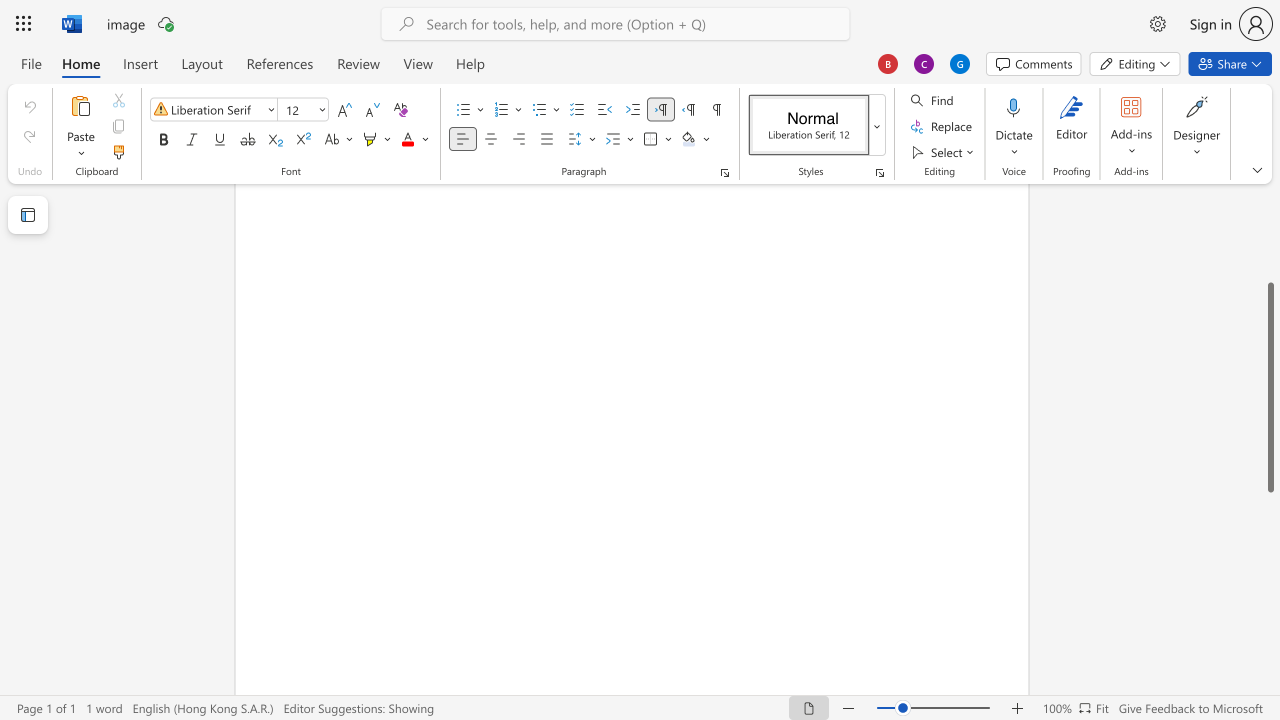 The height and width of the screenshot is (720, 1280). I want to click on the scrollbar, so click(1269, 248).